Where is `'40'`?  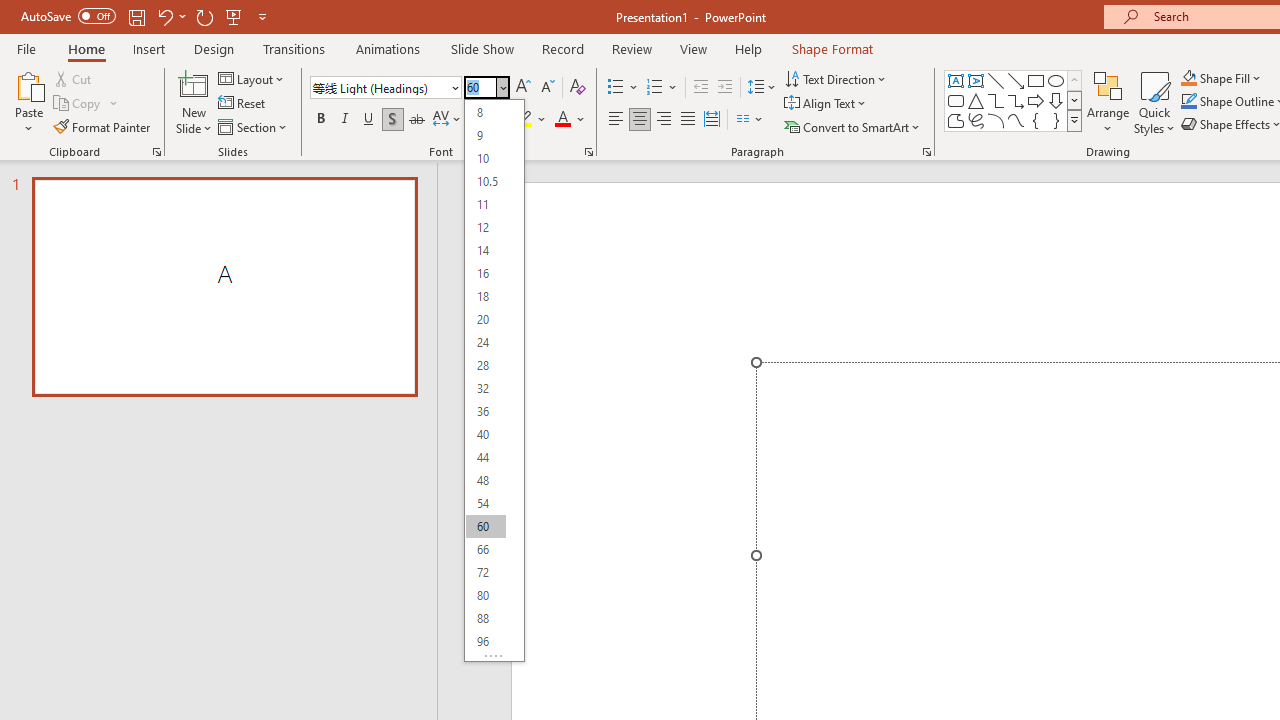 '40' is located at coordinates (485, 433).